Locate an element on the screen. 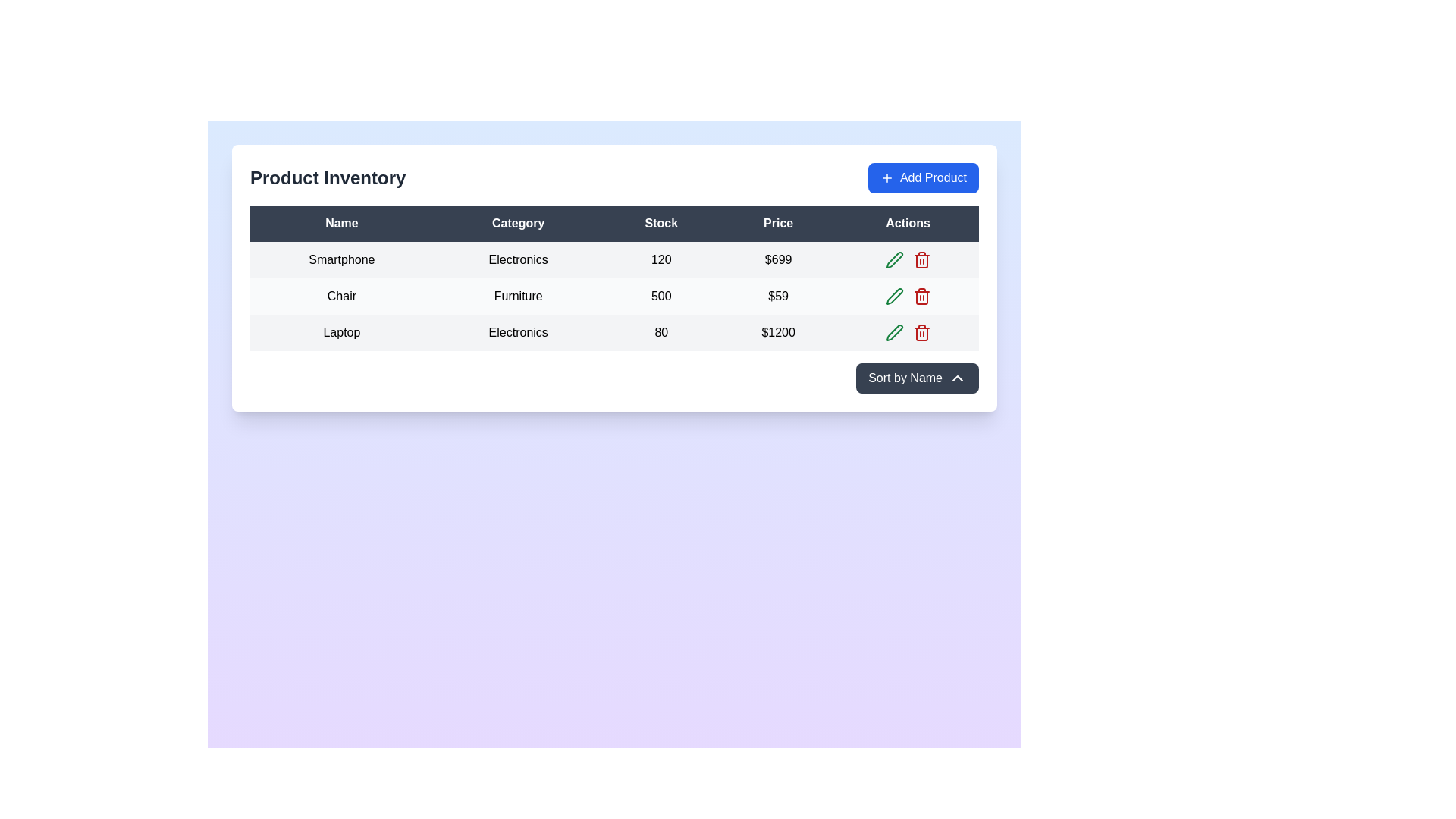  the green pencil icon in the Actions column of the second row of the table labeled 'Chair' is located at coordinates (908, 296).